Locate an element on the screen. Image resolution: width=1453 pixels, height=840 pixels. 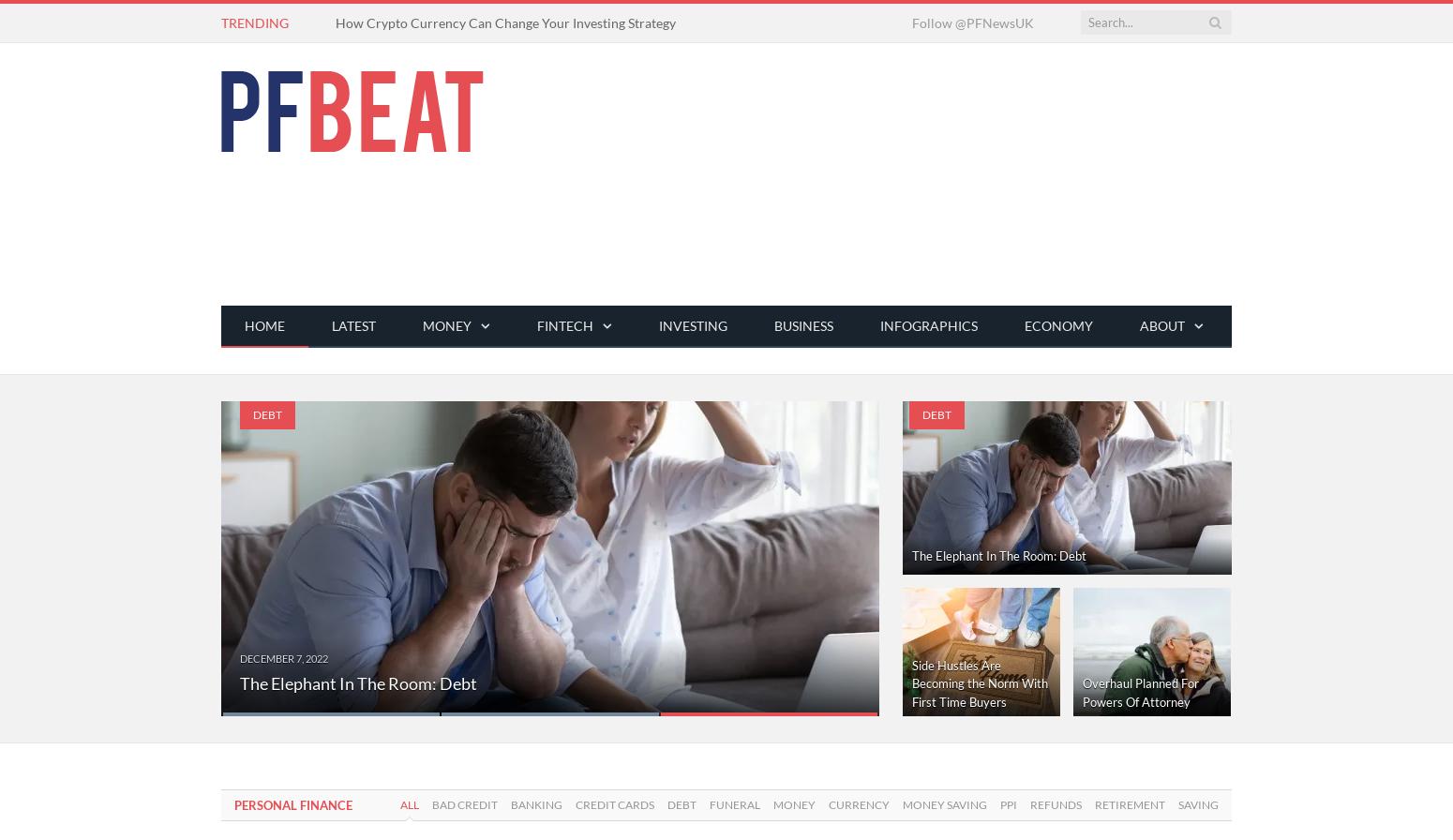
'Debt' is located at coordinates (667, 804).